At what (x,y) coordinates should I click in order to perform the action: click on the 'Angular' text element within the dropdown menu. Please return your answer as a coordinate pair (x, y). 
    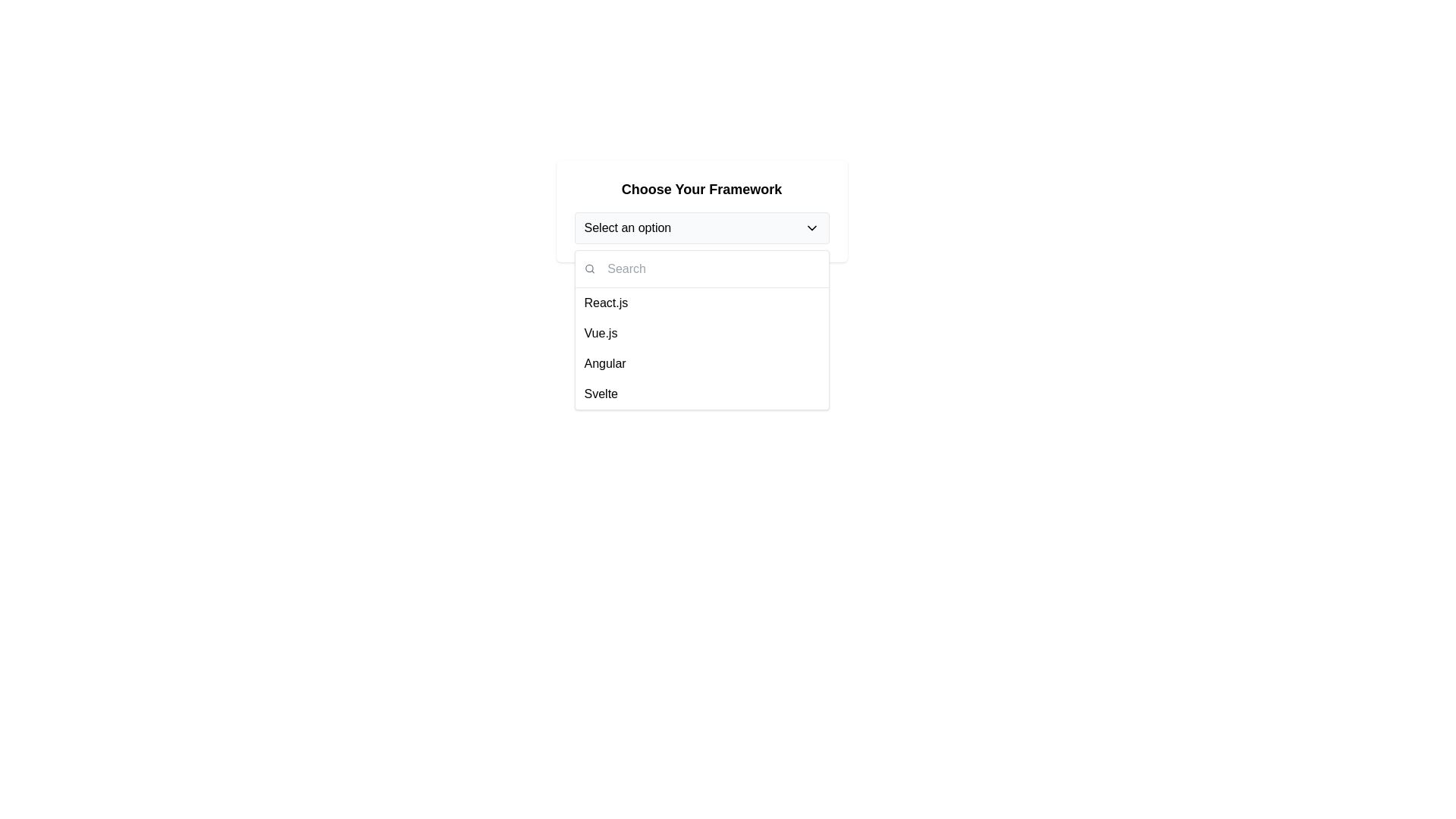
    Looking at the image, I should click on (604, 363).